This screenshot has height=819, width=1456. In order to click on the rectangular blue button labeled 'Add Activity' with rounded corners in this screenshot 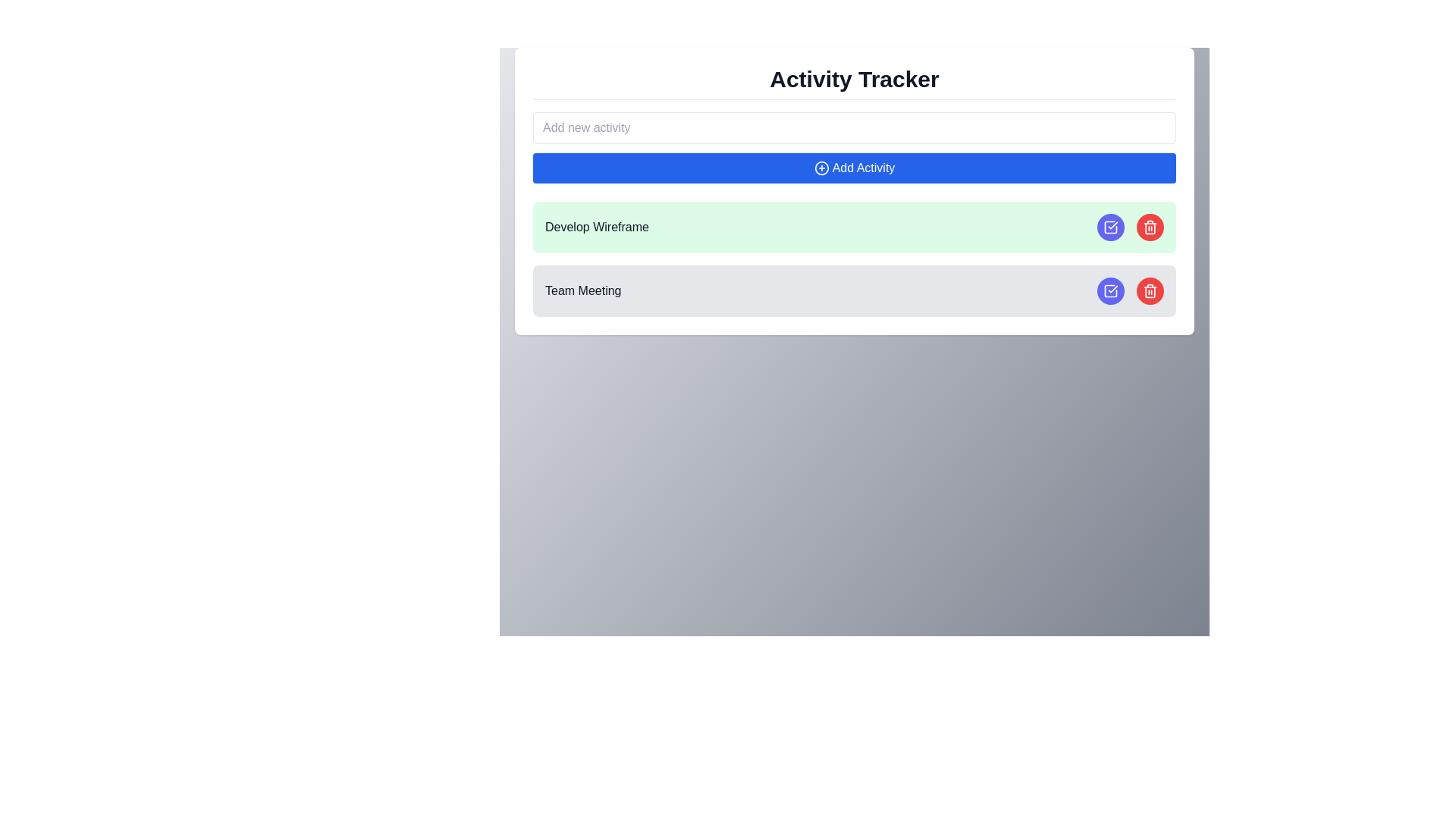, I will do `click(855, 168)`.